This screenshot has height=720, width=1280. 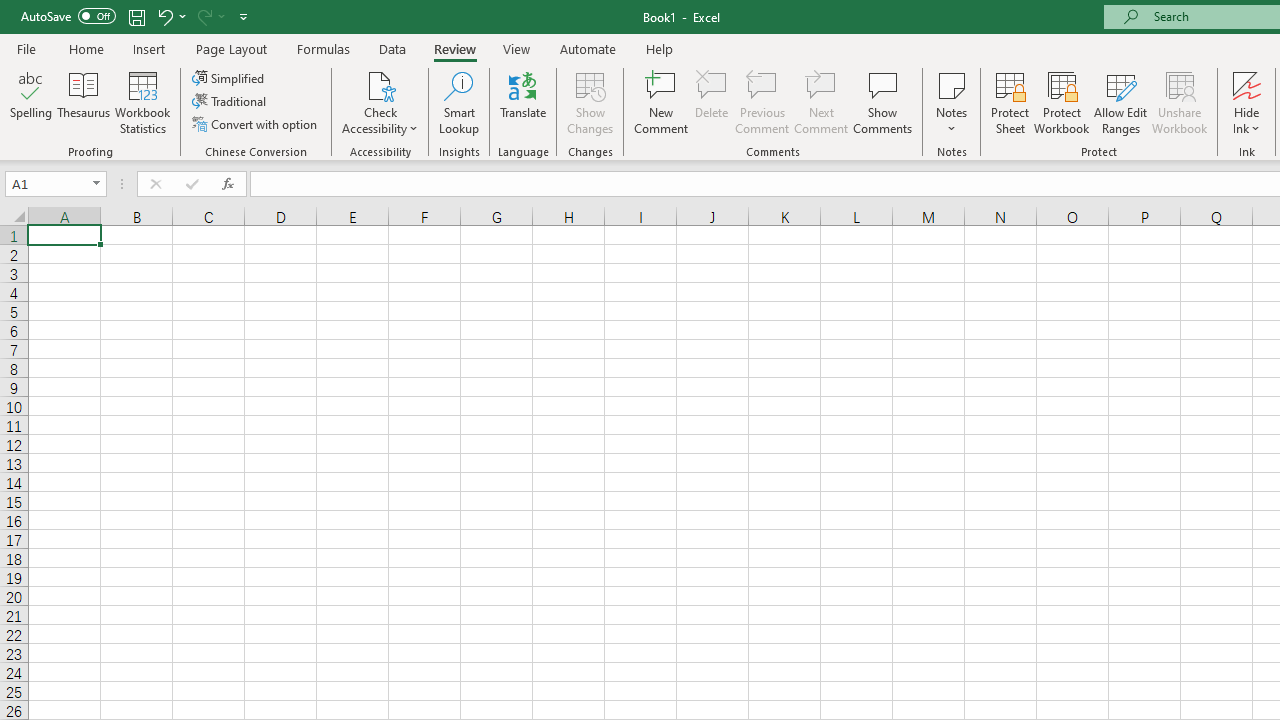 I want to click on 'Show Comments', so click(x=882, y=103).